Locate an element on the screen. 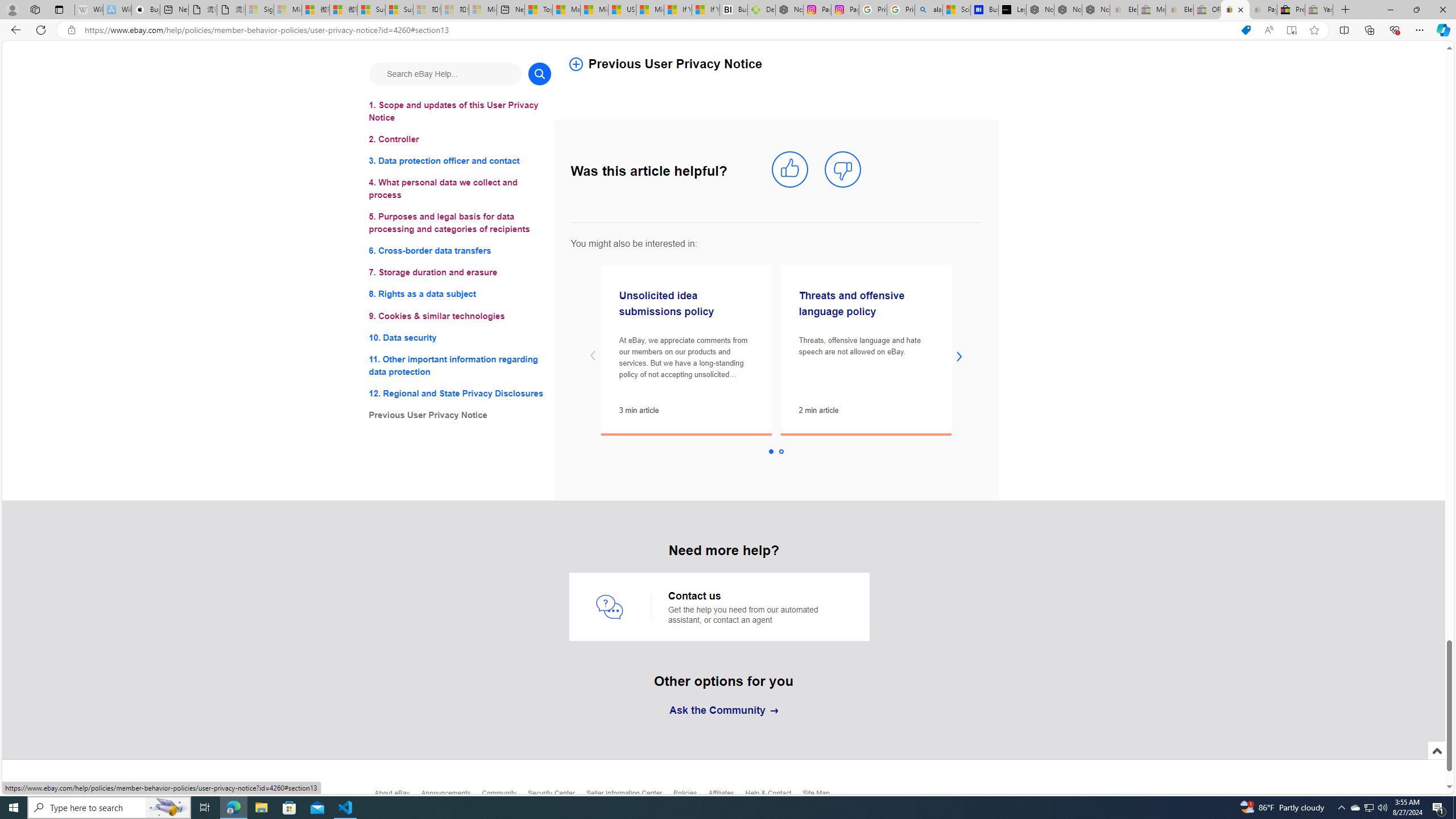 The image size is (1456, 819). '8. Rights as a data subject' is located at coordinates (459, 293).